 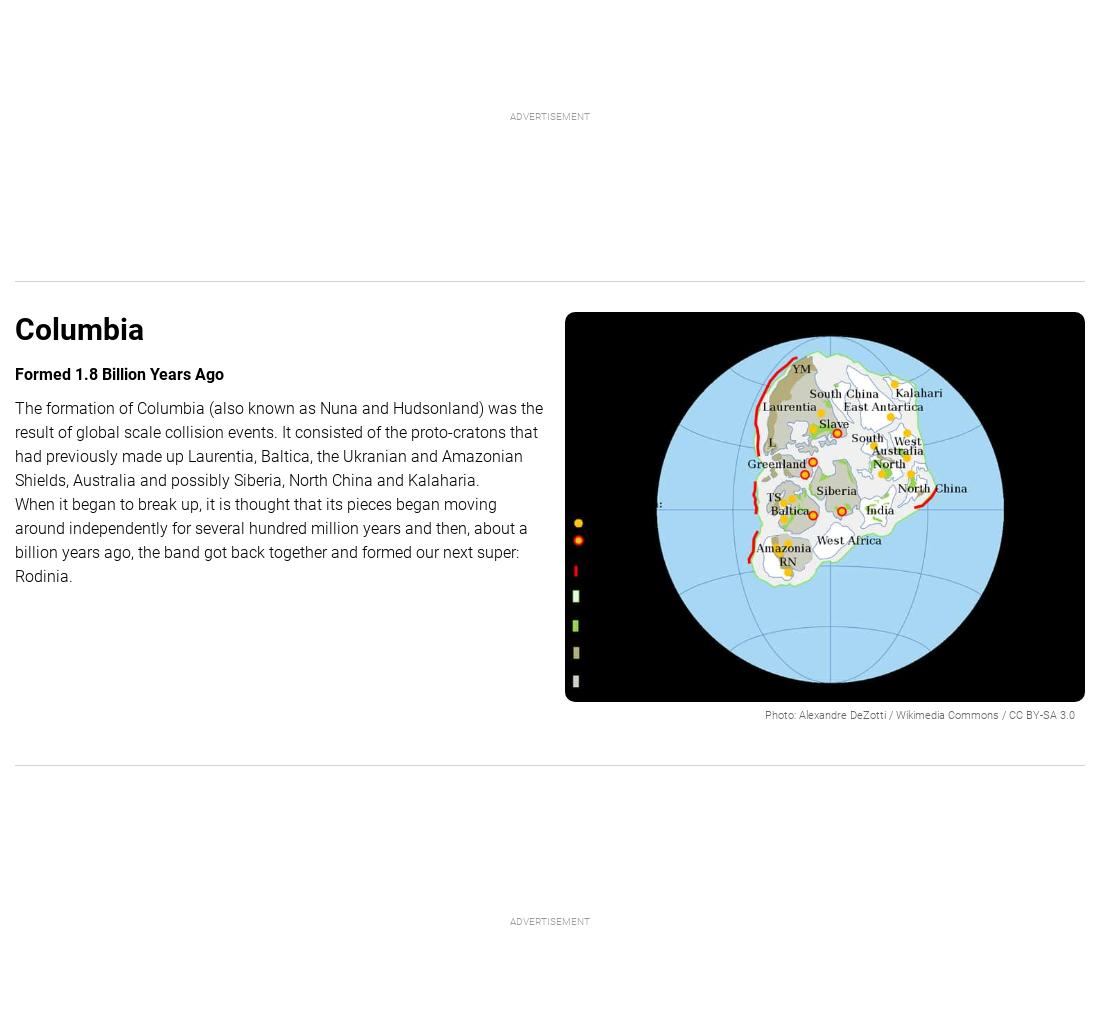 I want to click on 'CC BY-SA 3.0', so click(x=1008, y=713).